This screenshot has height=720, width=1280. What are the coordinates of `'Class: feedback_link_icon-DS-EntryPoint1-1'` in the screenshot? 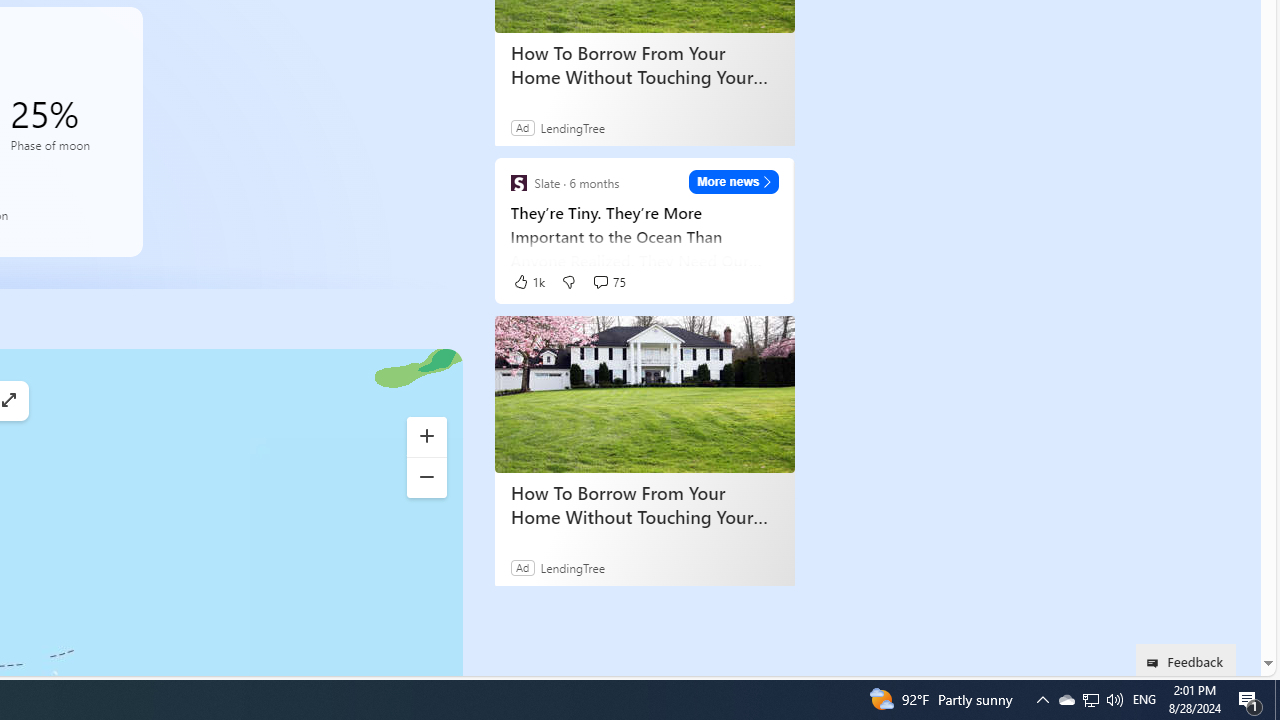 It's located at (1156, 663).